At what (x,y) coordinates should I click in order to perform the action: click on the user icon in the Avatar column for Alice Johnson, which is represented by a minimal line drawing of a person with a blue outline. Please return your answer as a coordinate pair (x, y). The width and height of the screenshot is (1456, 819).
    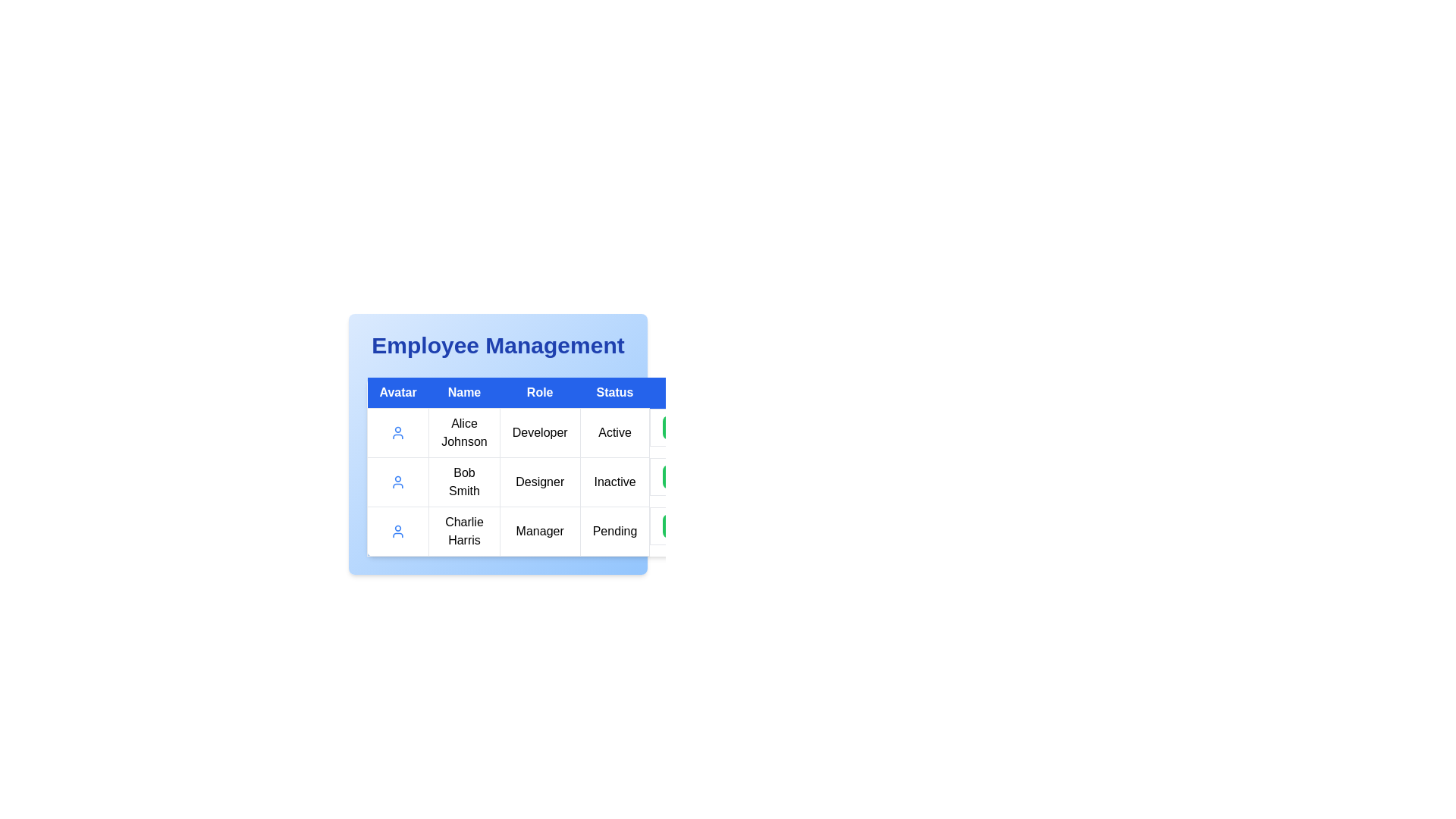
    Looking at the image, I should click on (398, 432).